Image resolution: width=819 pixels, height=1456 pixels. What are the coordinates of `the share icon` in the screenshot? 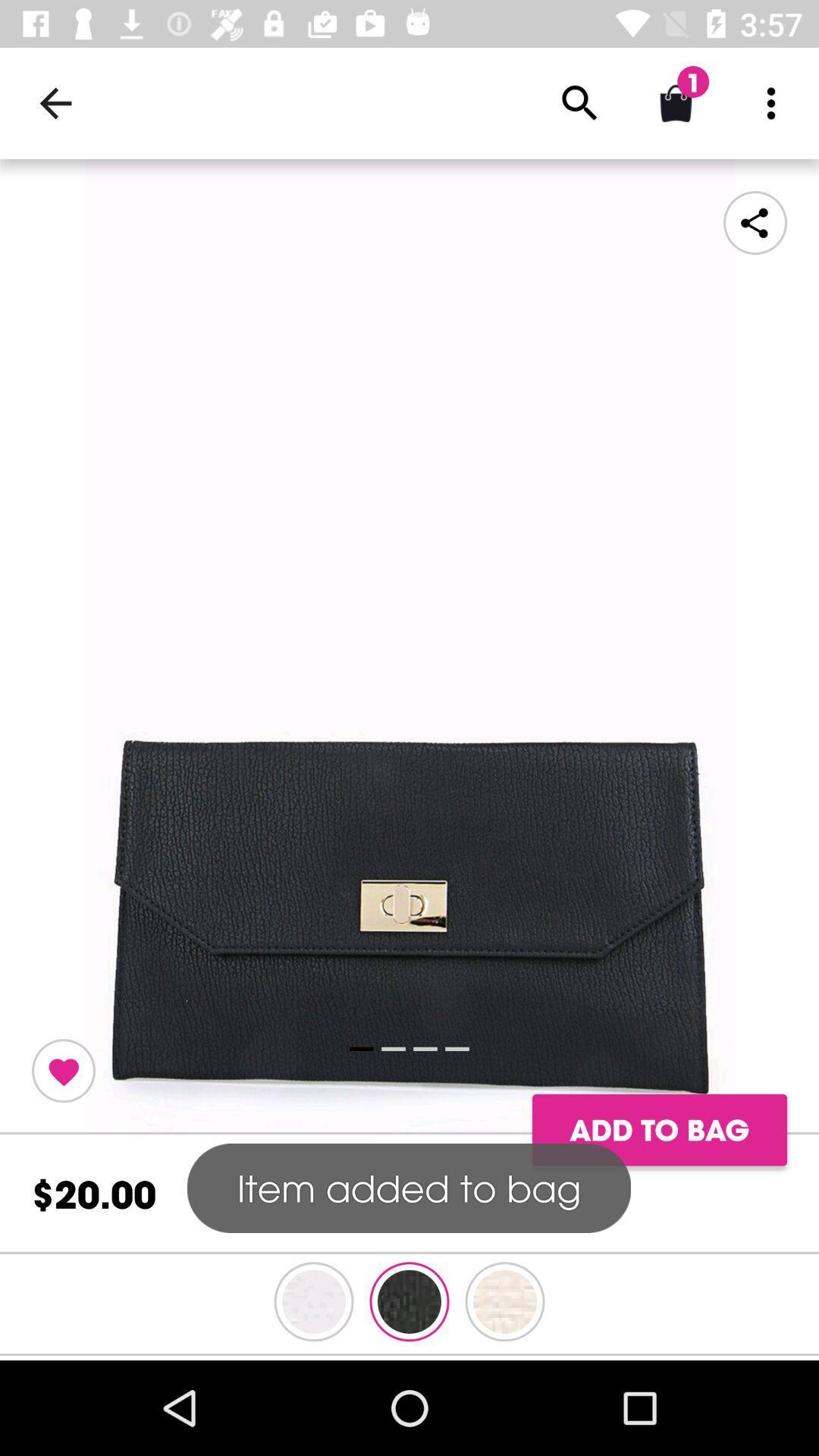 It's located at (755, 221).